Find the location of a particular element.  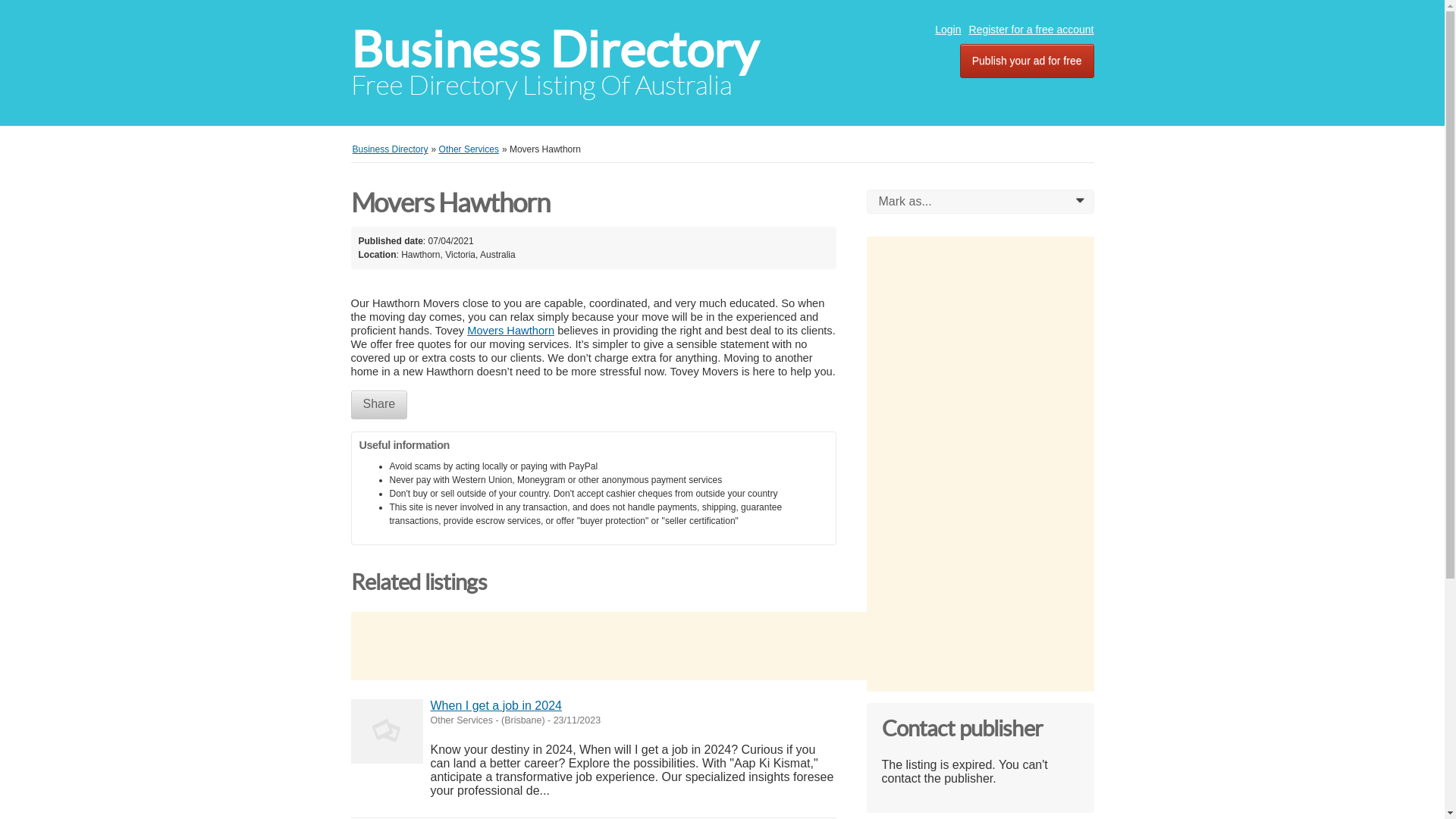

'Register for a free account' is located at coordinates (1031, 29).